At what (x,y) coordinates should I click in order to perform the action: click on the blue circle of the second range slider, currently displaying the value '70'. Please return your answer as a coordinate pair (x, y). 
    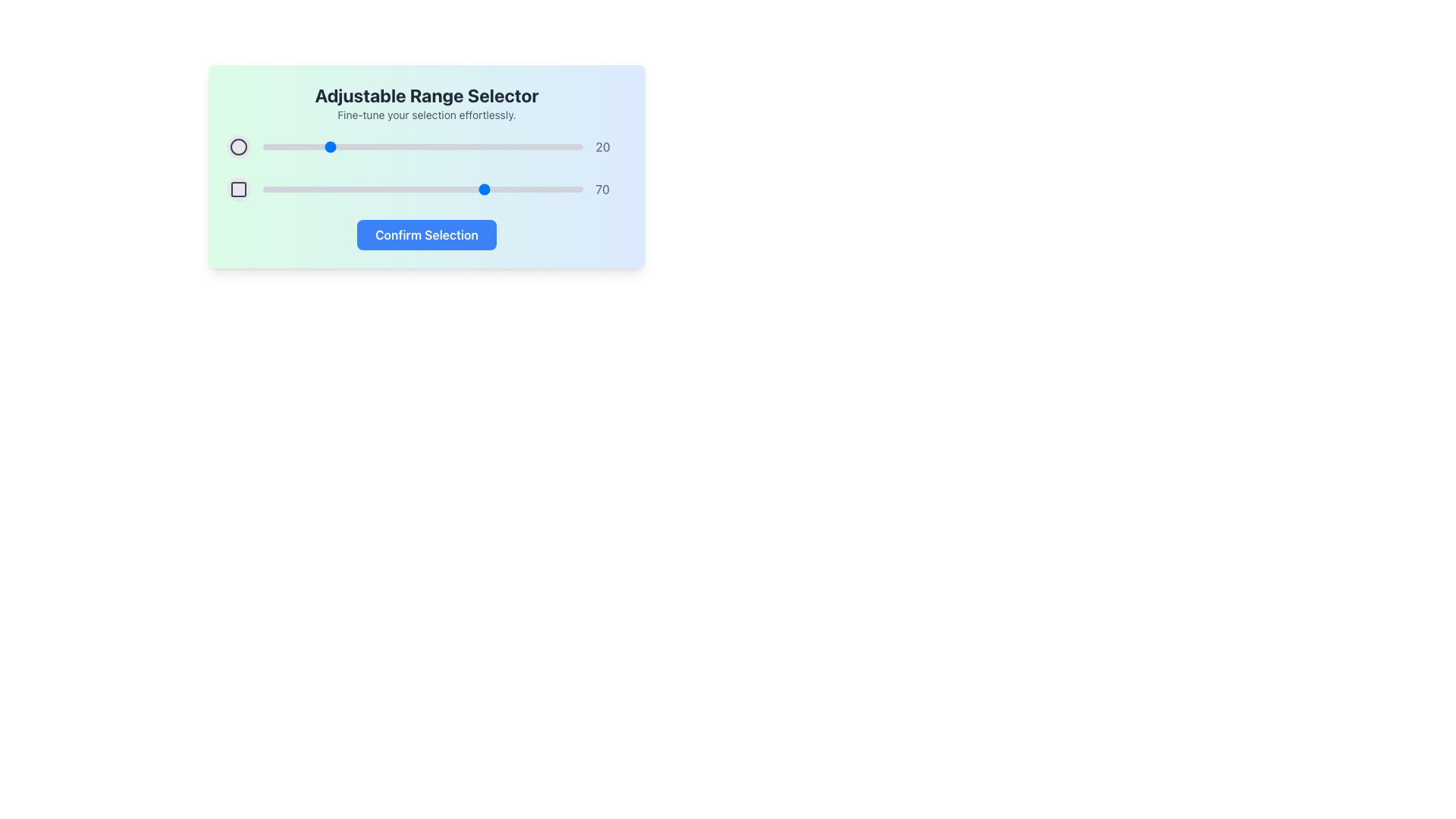
    Looking at the image, I should click on (425, 189).